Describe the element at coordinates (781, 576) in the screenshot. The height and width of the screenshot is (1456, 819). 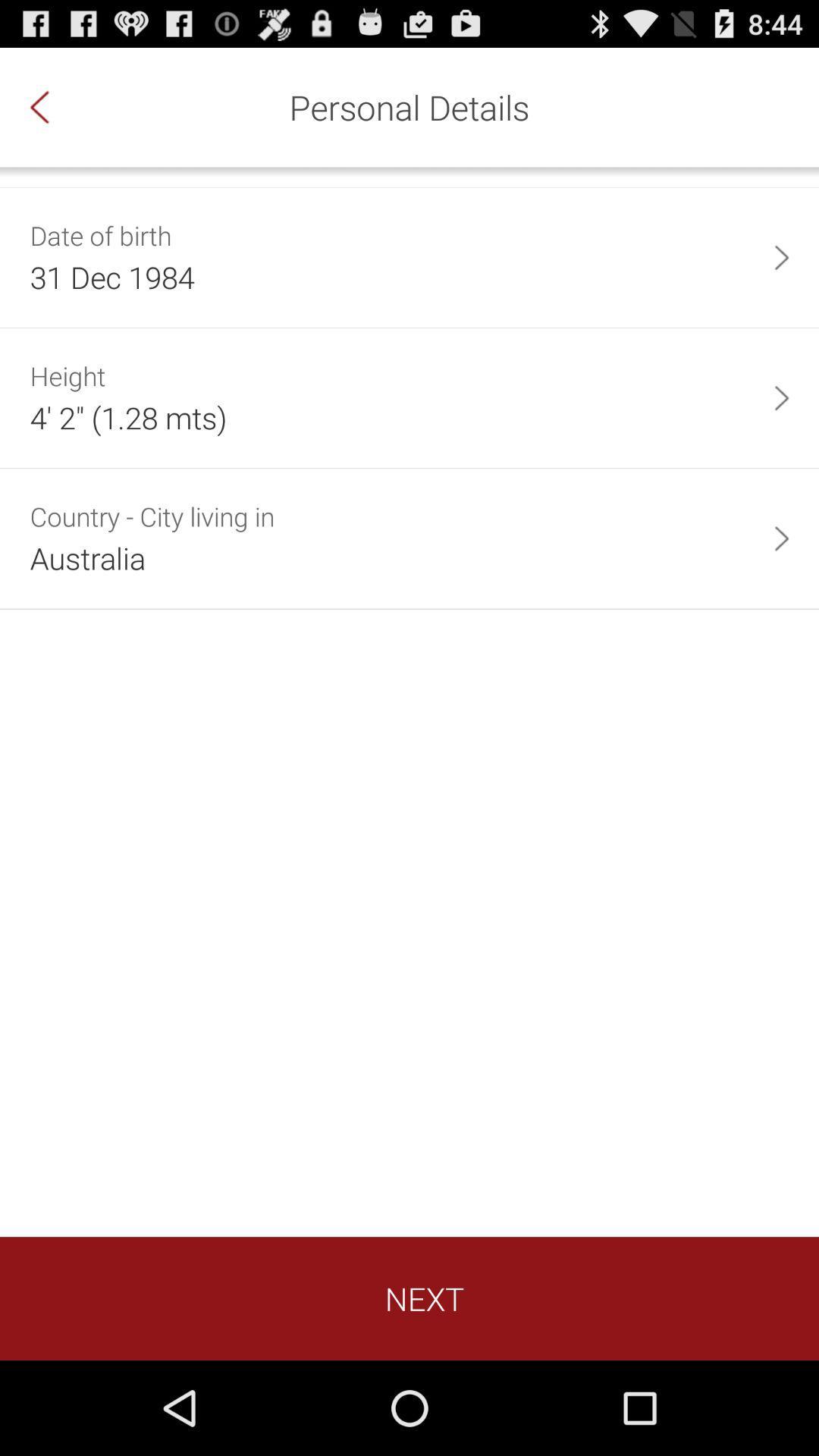
I see `the play icon` at that location.